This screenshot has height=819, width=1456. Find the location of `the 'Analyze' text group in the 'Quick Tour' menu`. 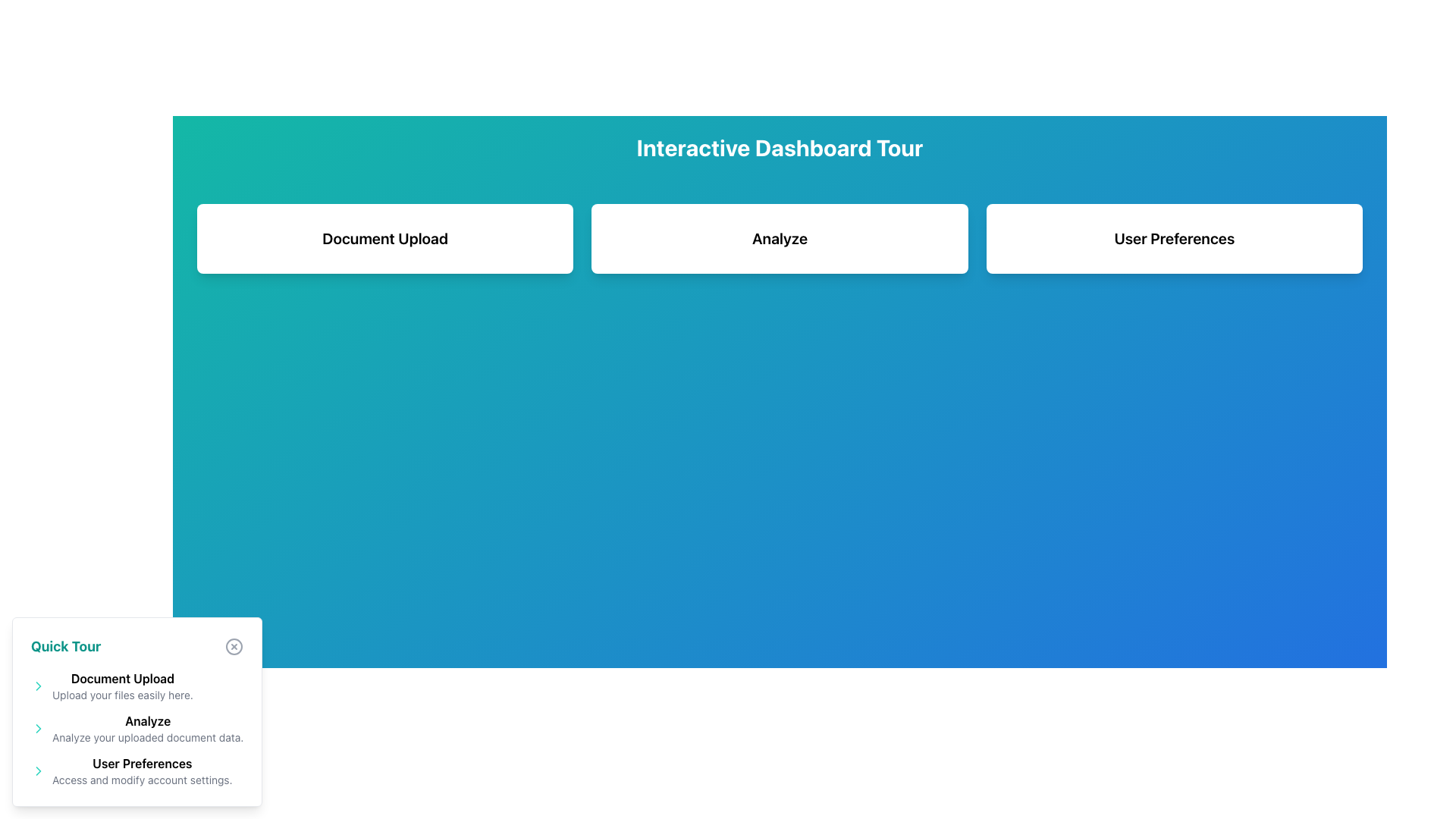

the 'Analyze' text group in the 'Quick Tour' menu is located at coordinates (137, 727).